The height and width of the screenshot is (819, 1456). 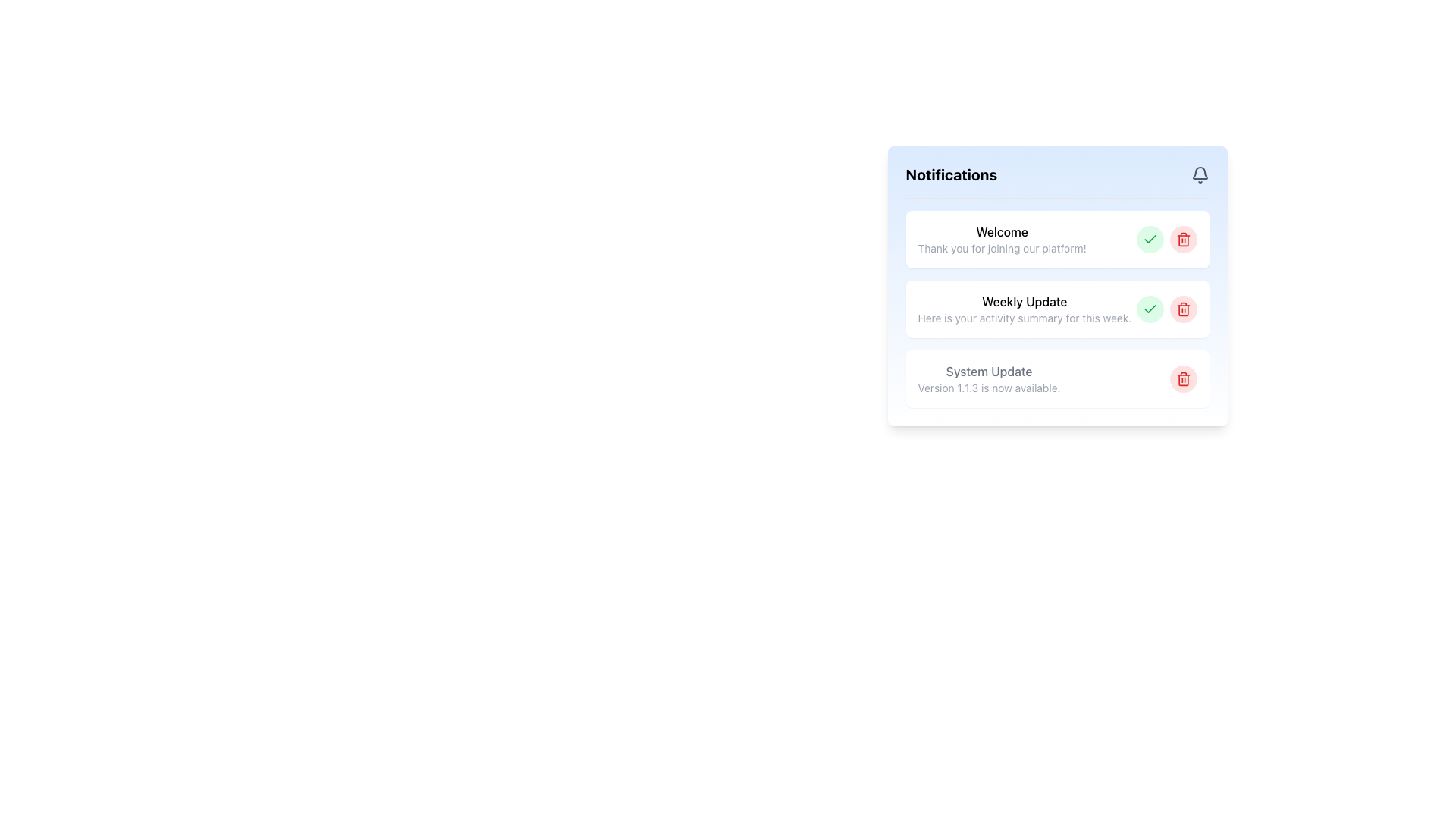 I want to click on the static text element that serves as a title or heading for the notification, located directly above the subtext 'Thank you for joining our platform!', so click(x=1002, y=231).